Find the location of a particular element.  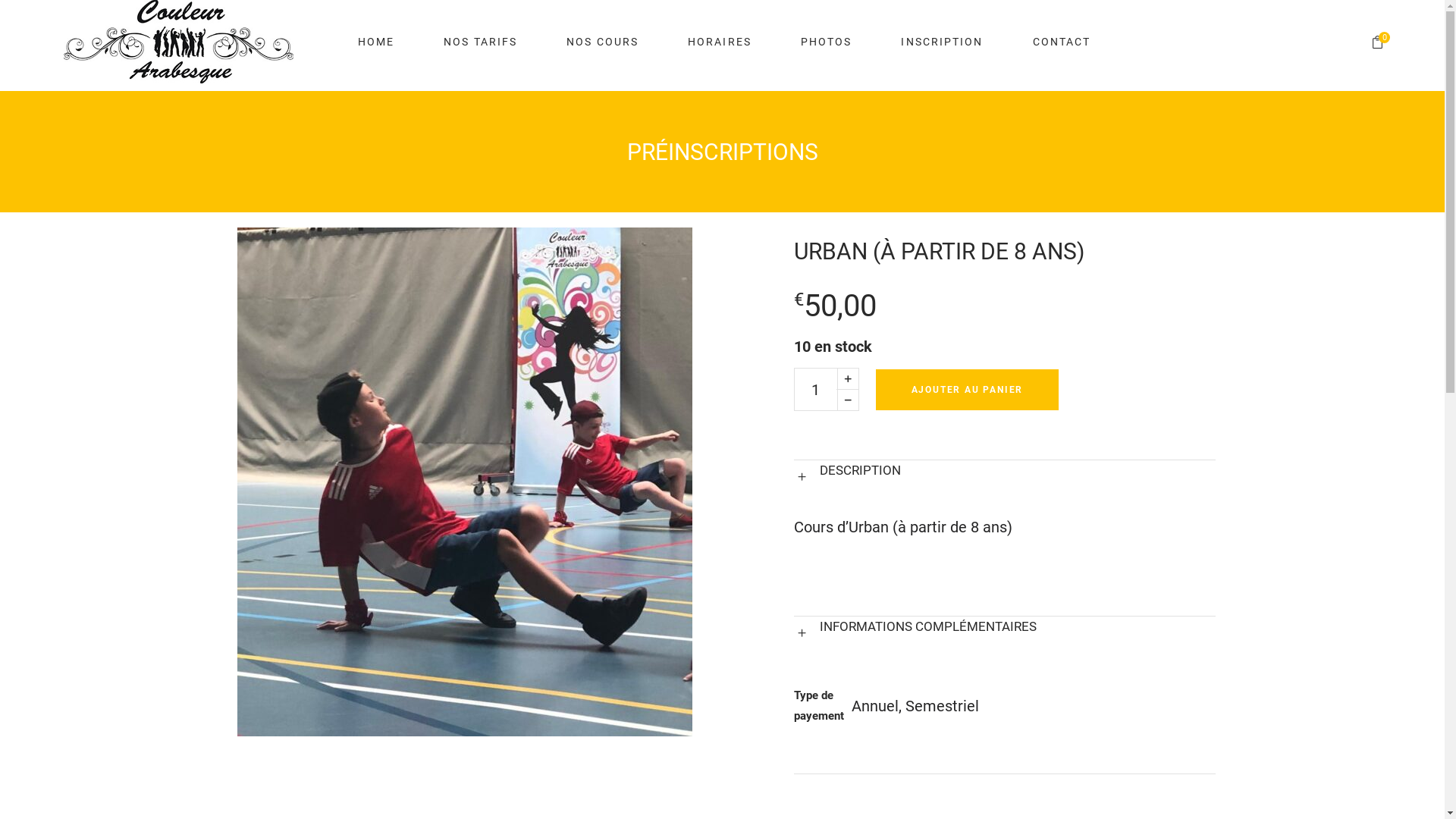

'CONTACT' is located at coordinates (1061, 40).